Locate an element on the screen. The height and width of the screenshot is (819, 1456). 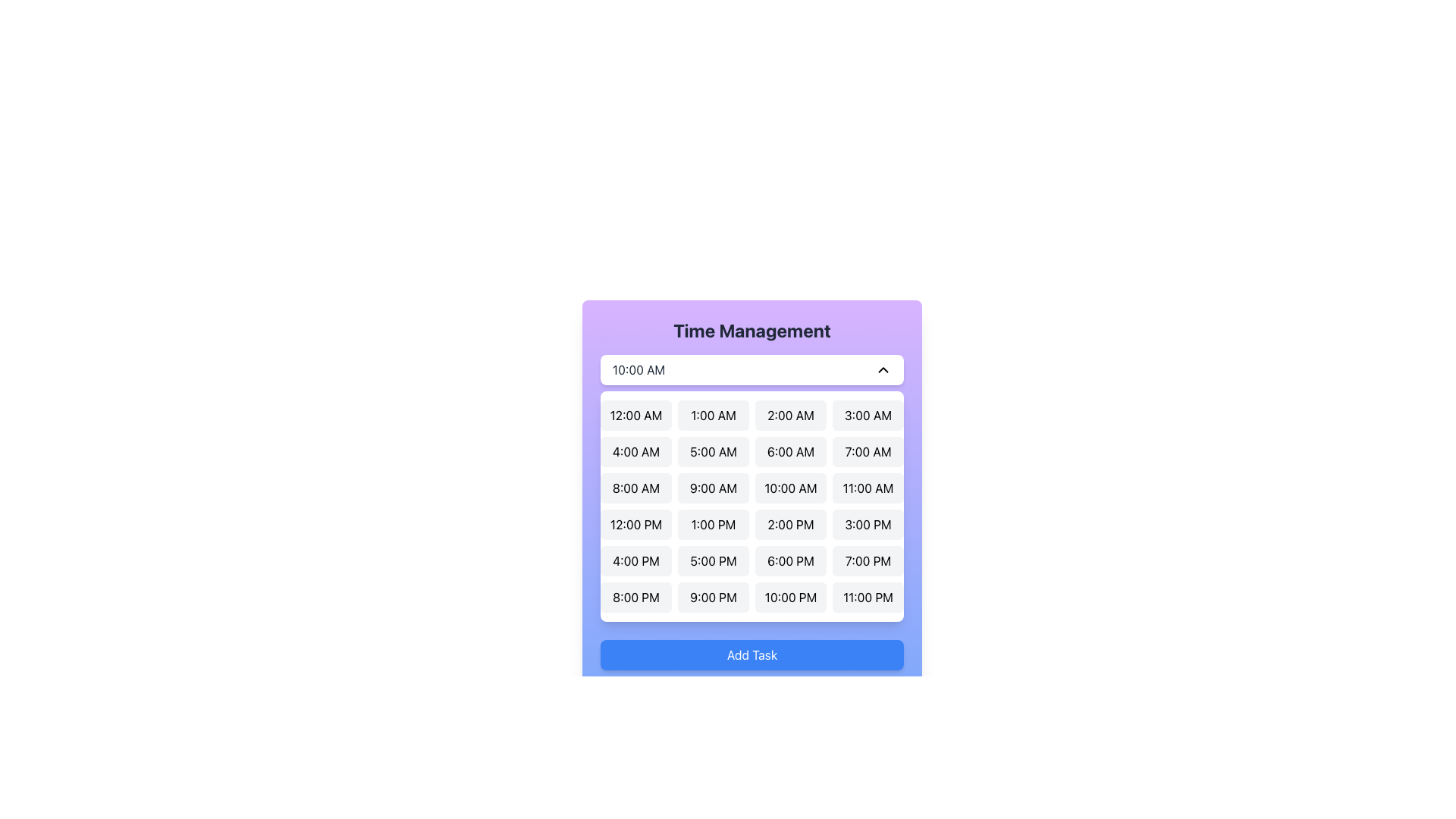
the '12:00 PM' time slot button in the grid layout is located at coordinates (636, 523).